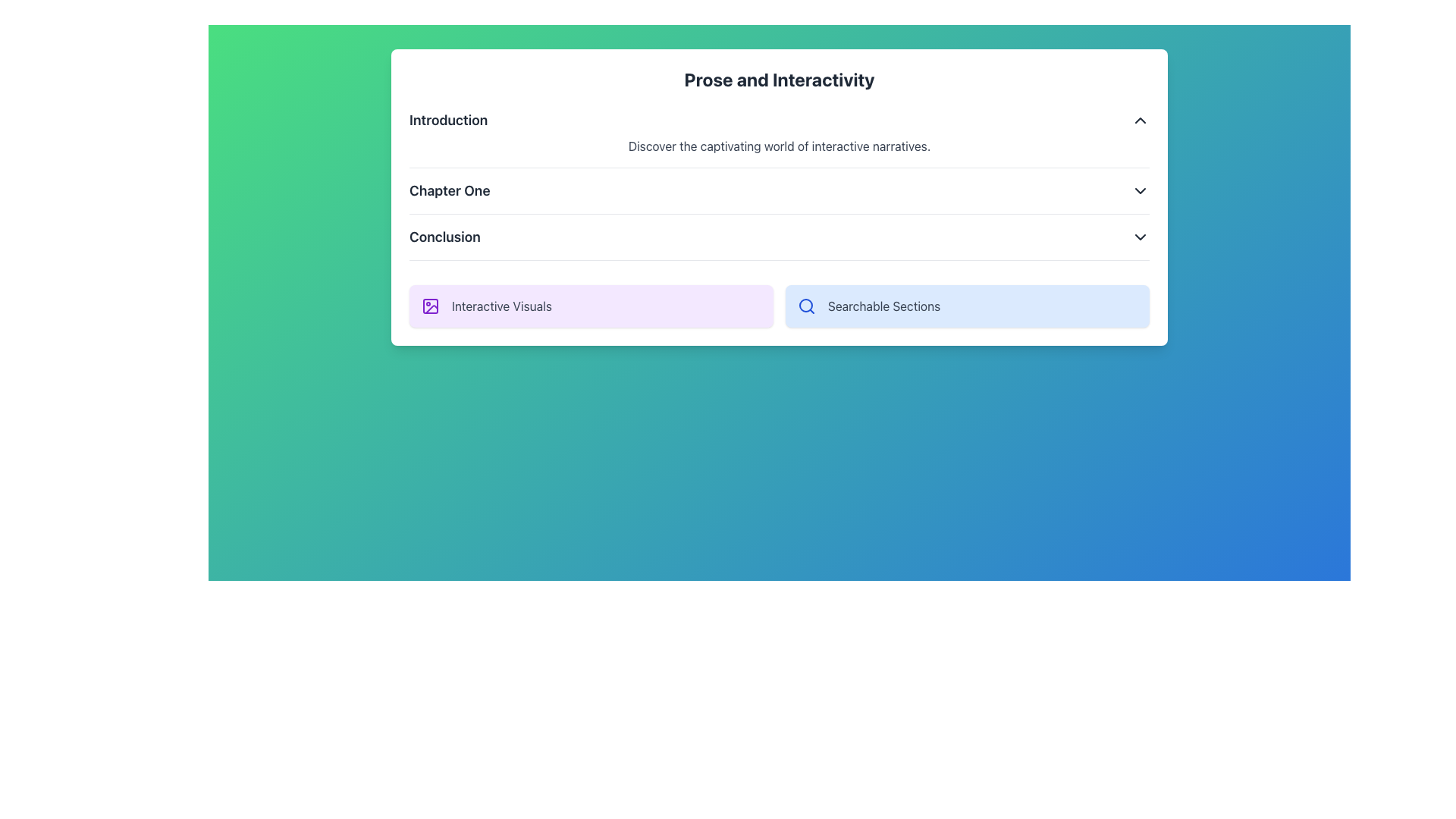 The height and width of the screenshot is (819, 1456). I want to click on the text element reading 'Discover the captivating world of interactive narratives.' which is styled with a gray font color and positioned directly below the 'Introduction' label, so click(779, 146).